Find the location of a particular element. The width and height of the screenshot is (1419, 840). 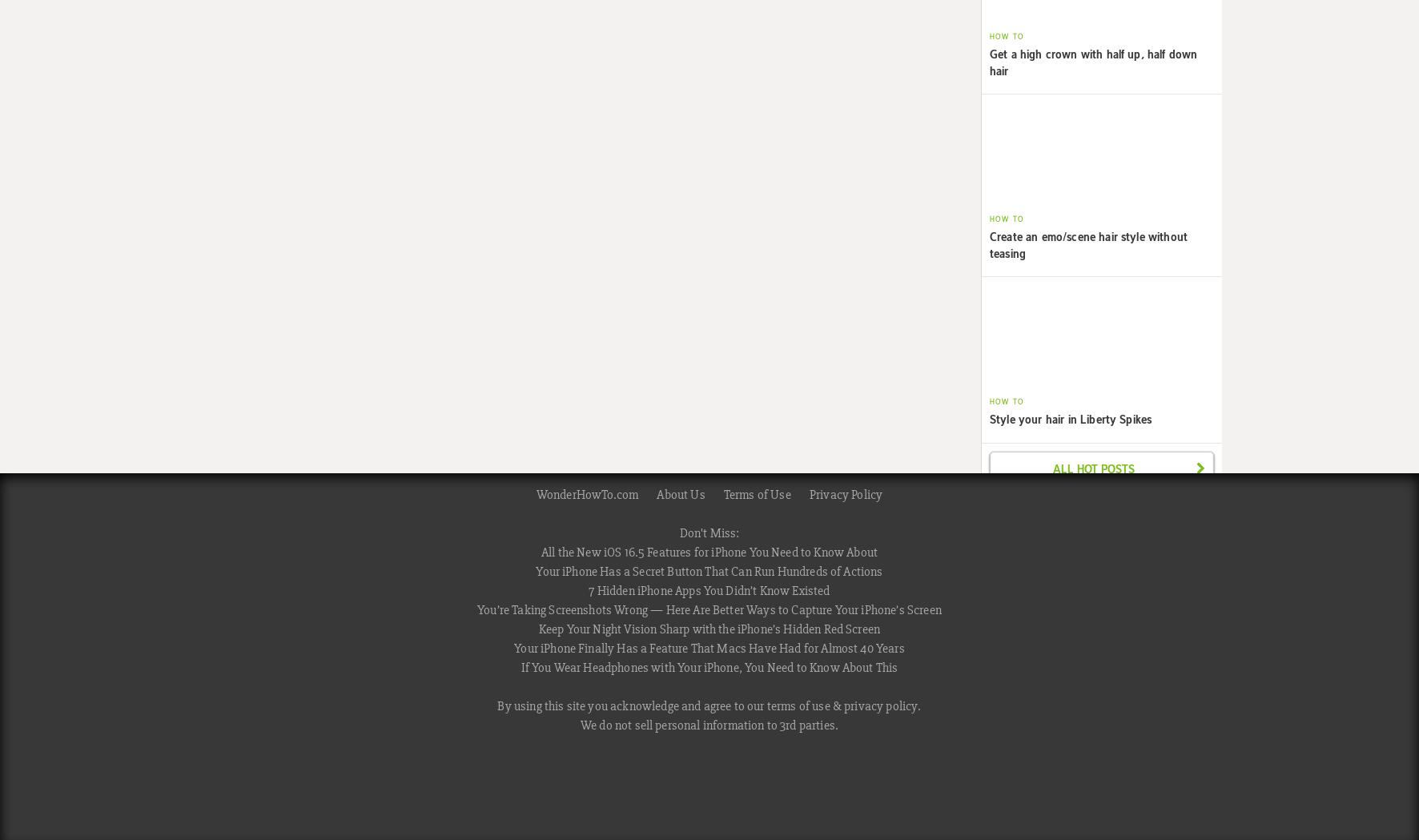

'We do not sell personal information to 3rd parties.' is located at coordinates (709, 723).